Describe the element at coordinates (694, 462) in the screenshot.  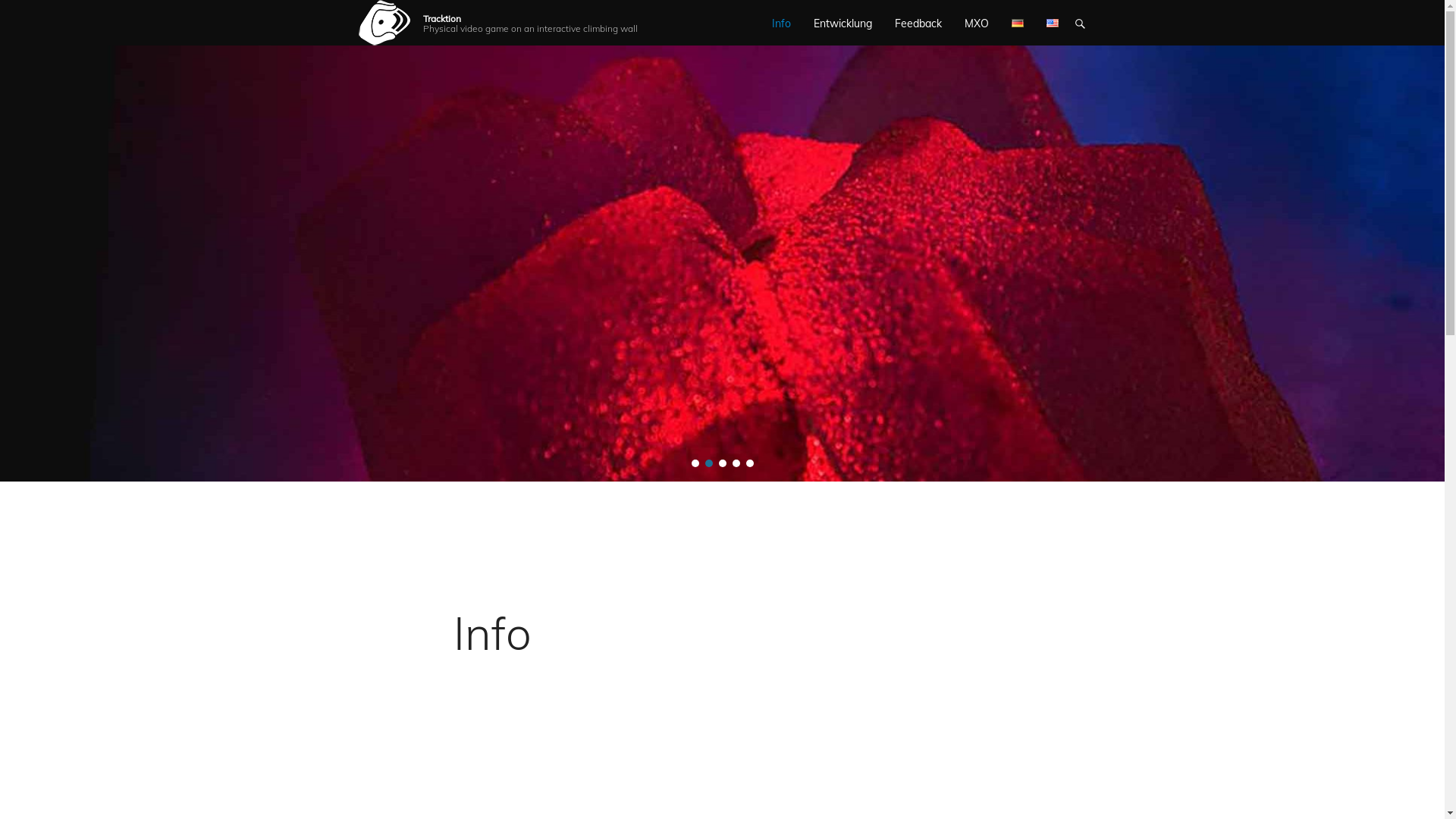
I see `'1'` at that location.